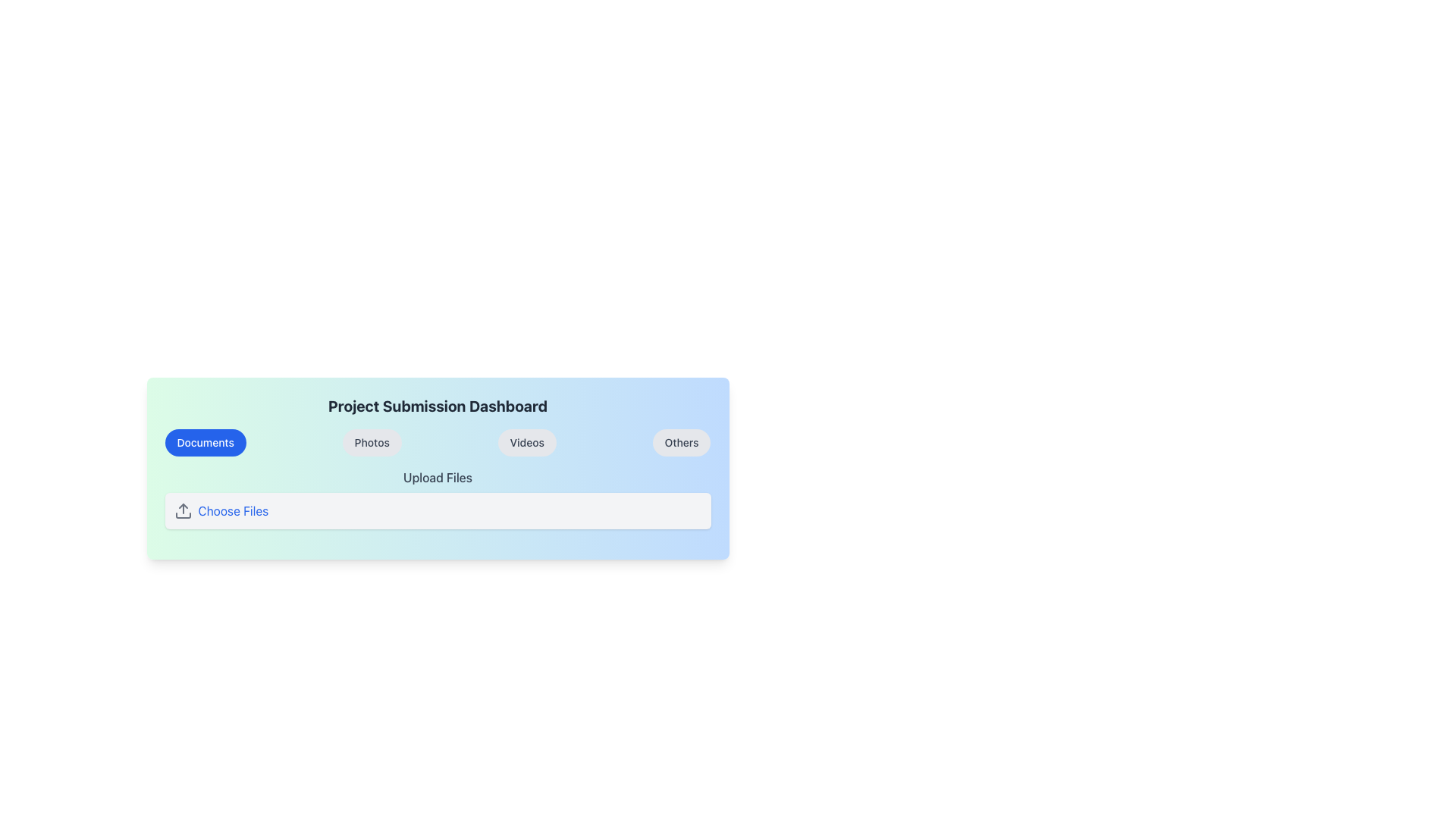 The height and width of the screenshot is (819, 1456). What do you see at coordinates (372, 442) in the screenshot?
I see `the 'Photos' button in the horizontal navigation bar to change its background color` at bounding box center [372, 442].